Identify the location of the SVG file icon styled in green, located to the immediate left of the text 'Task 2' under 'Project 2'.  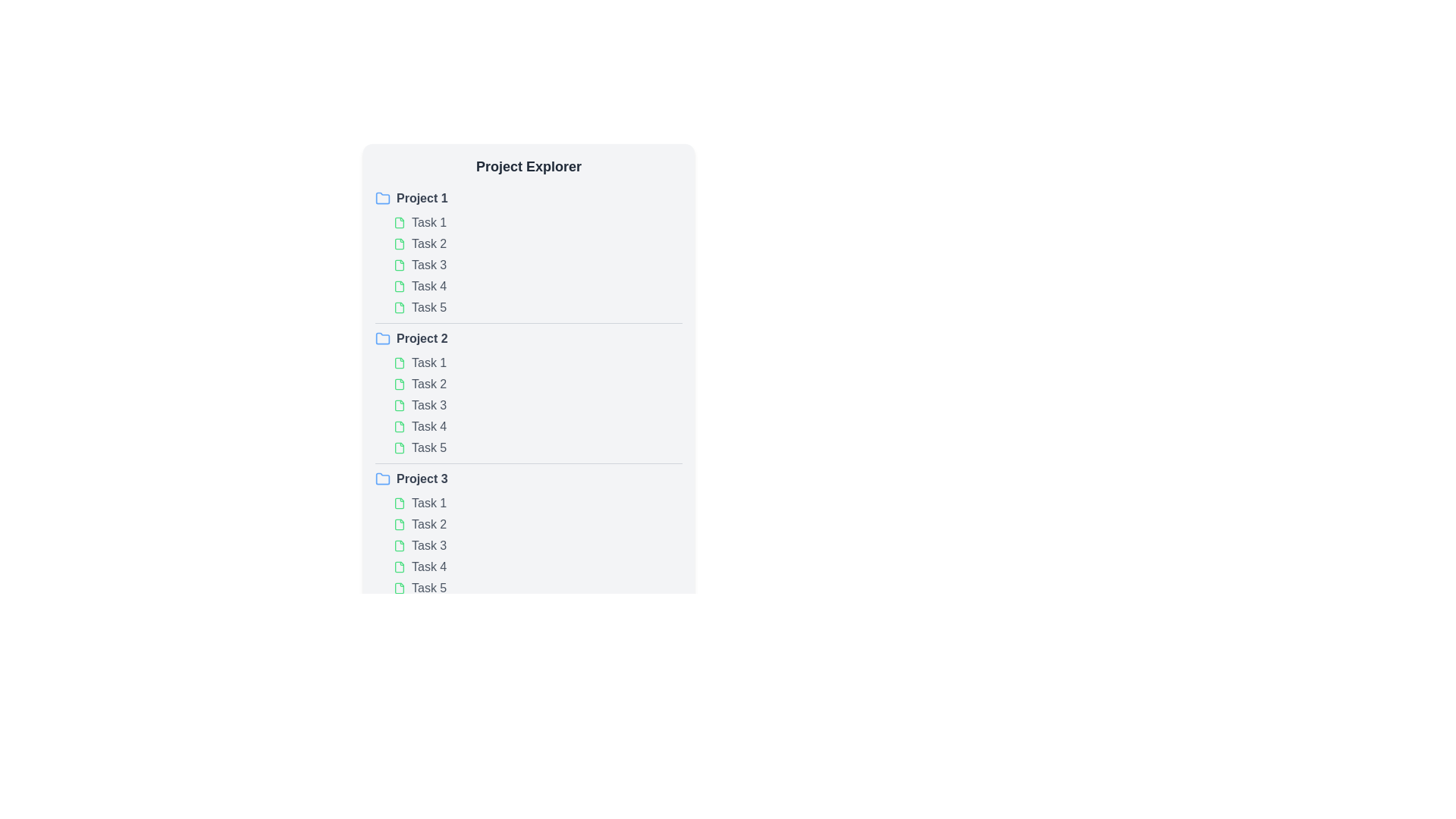
(400, 383).